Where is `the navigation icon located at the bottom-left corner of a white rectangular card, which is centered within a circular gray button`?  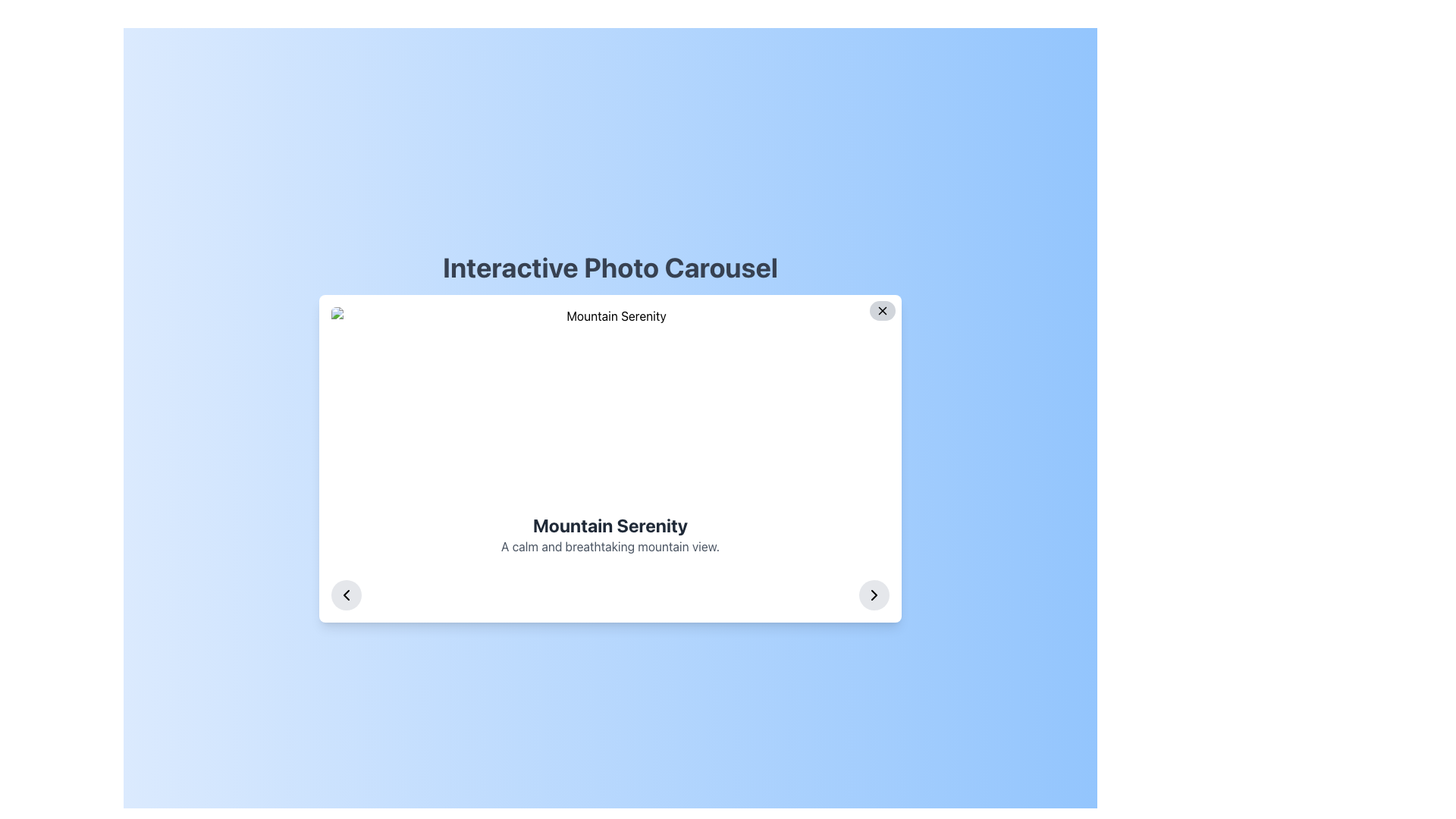 the navigation icon located at the bottom-left corner of a white rectangular card, which is centered within a circular gray button is located at coordinates (345, 595).